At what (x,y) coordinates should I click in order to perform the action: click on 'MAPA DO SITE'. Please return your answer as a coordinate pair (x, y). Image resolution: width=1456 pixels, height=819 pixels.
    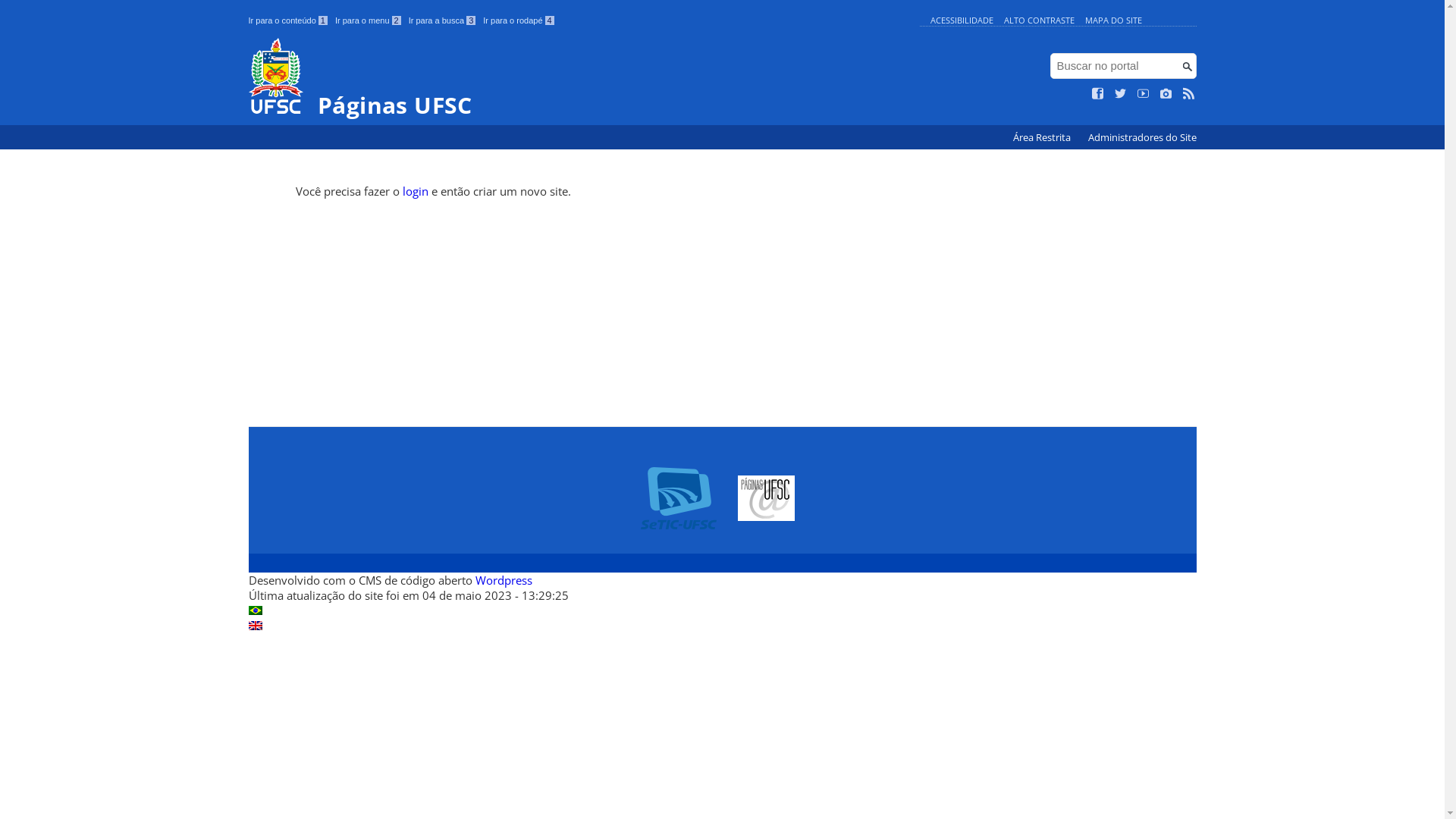
    Looking at the image, I should click on (1084, 20).